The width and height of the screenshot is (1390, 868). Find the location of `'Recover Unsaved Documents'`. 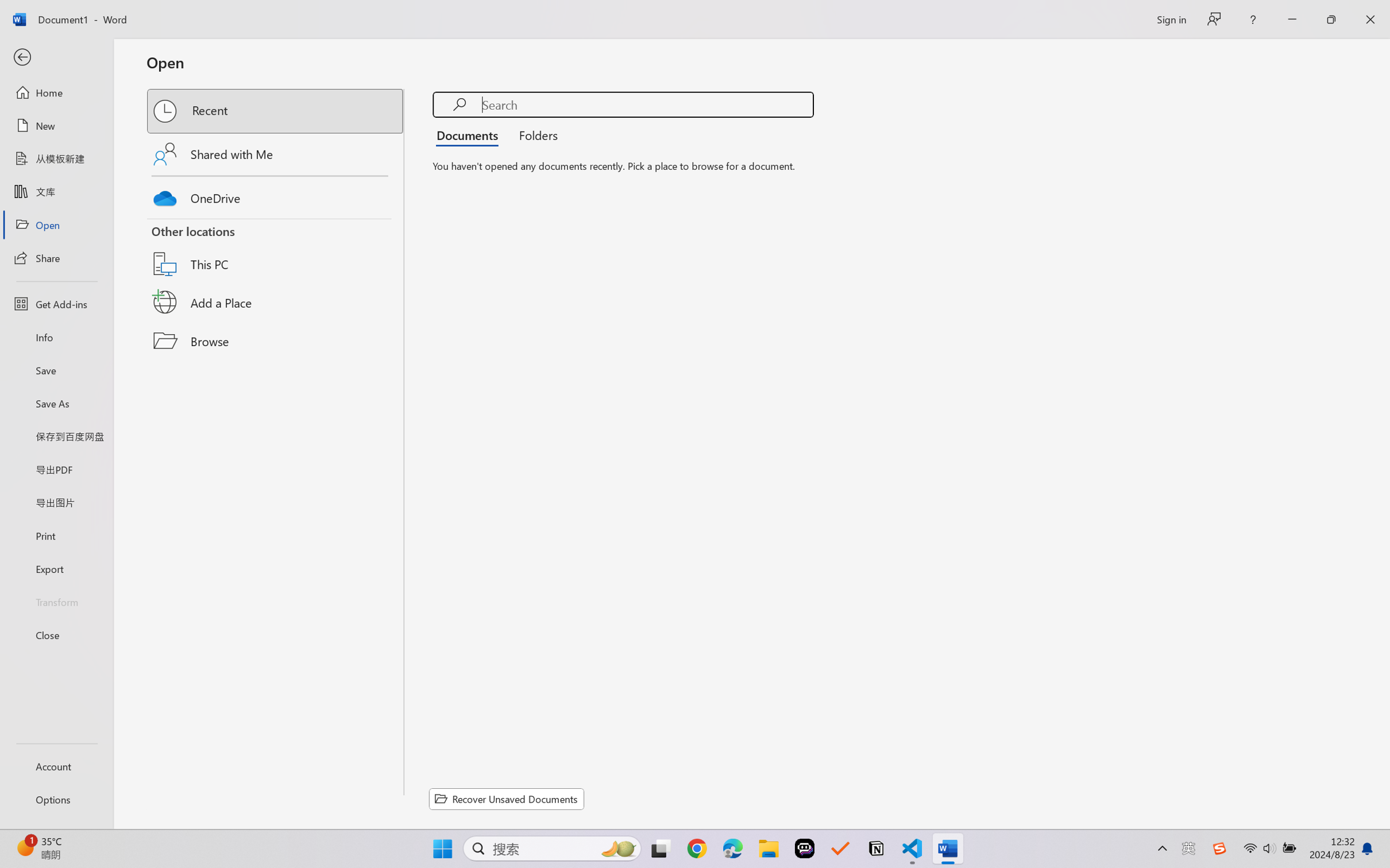

'Recover Unsaved Documents' is located at coordinates (507, 799).